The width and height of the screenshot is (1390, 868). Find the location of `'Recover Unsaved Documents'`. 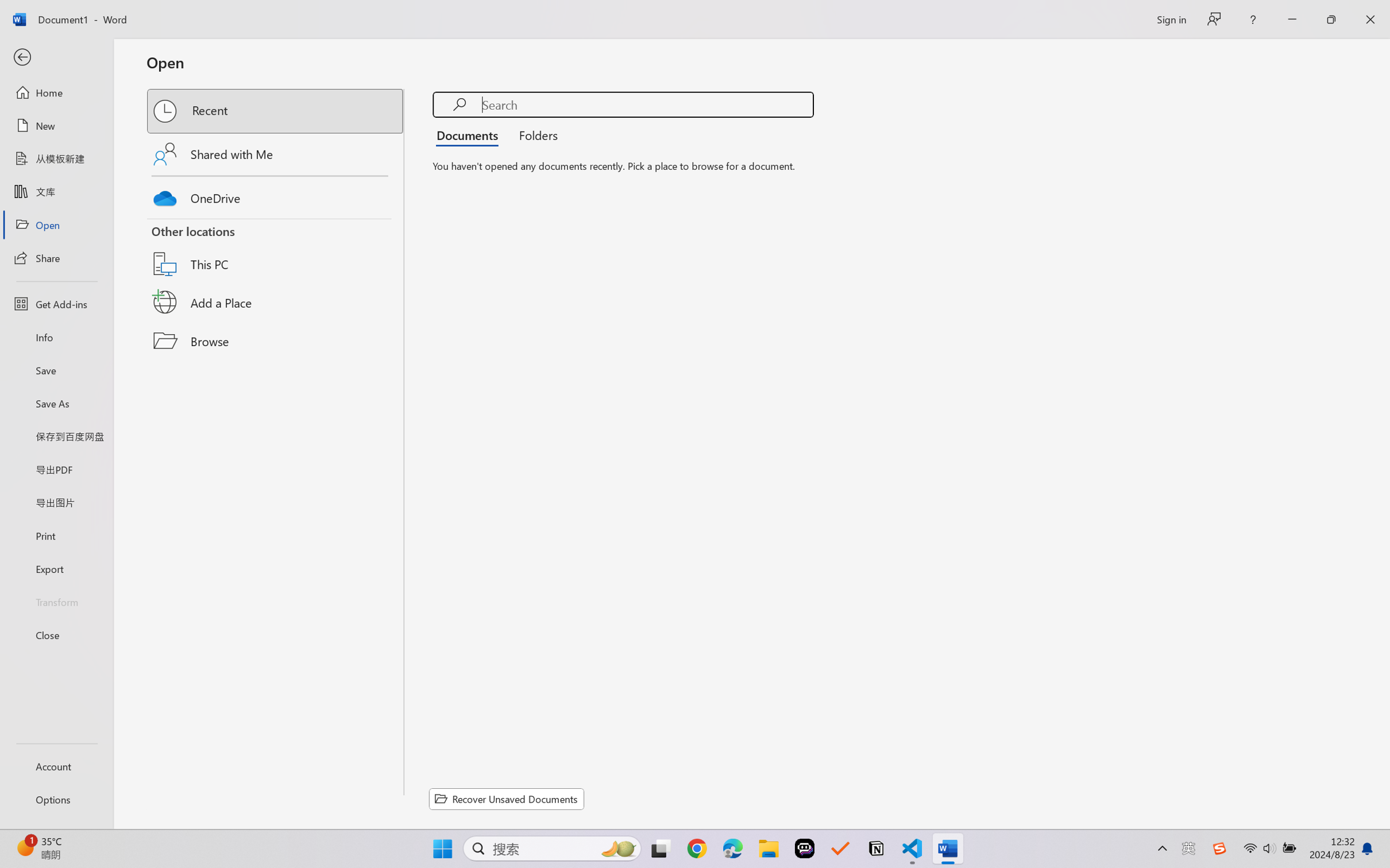

'Recover Unsaved Documents' is located at coordinates (507, 799).